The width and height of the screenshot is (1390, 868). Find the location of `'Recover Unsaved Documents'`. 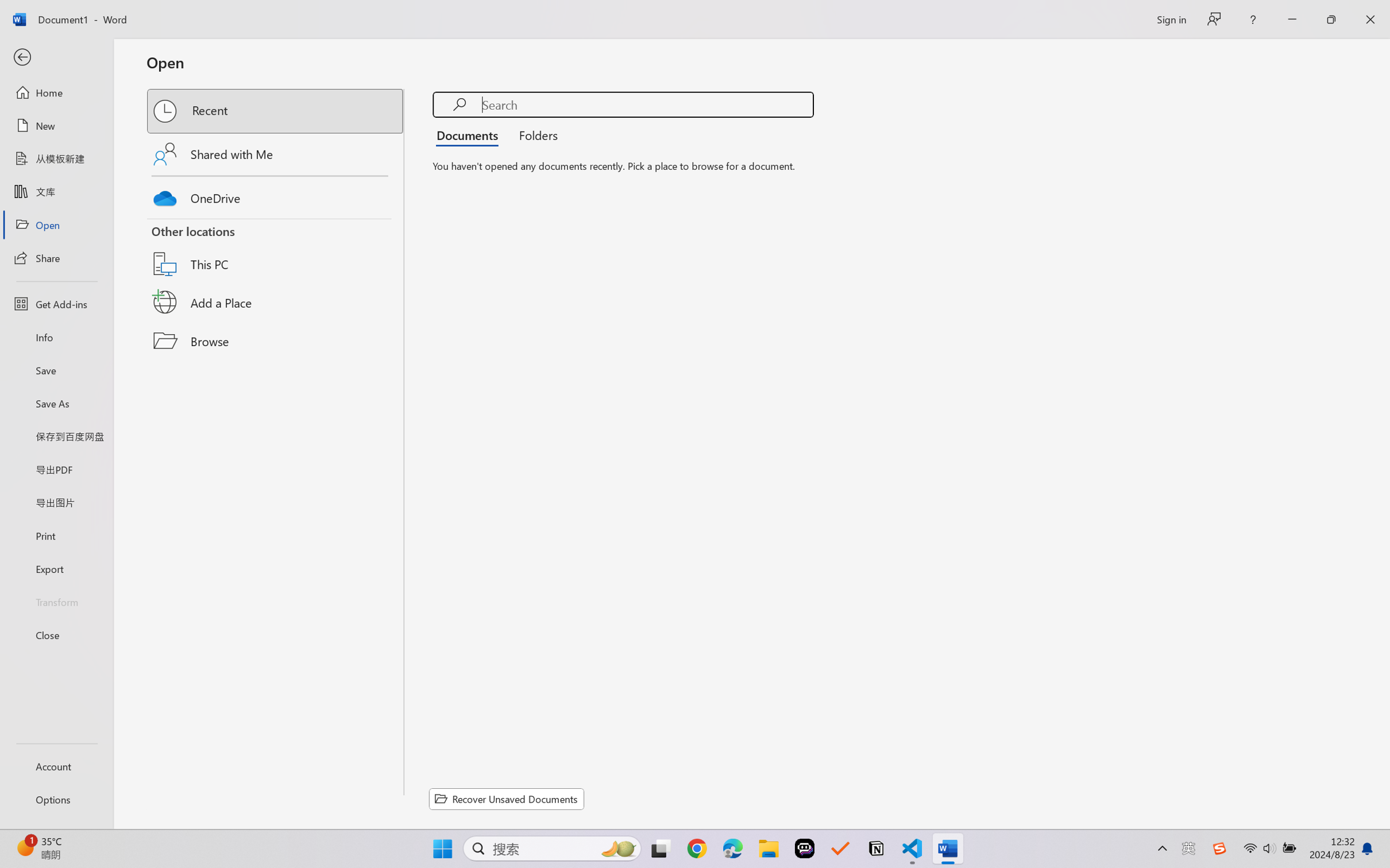

'Recover Unsaved Documents' is located at coordinates (507, 799).